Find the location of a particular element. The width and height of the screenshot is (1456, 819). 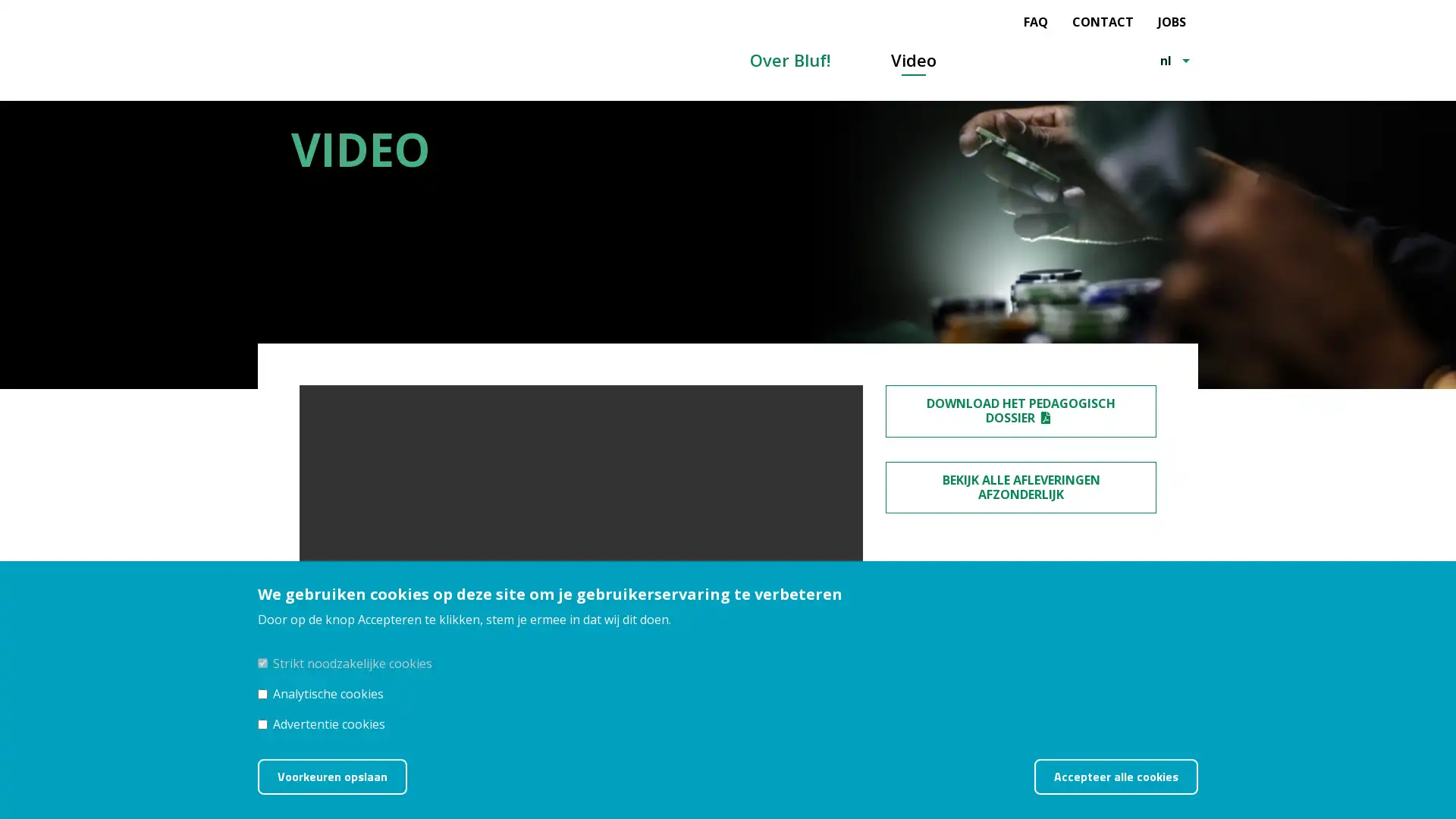

play is located at coordinates (316, 629).